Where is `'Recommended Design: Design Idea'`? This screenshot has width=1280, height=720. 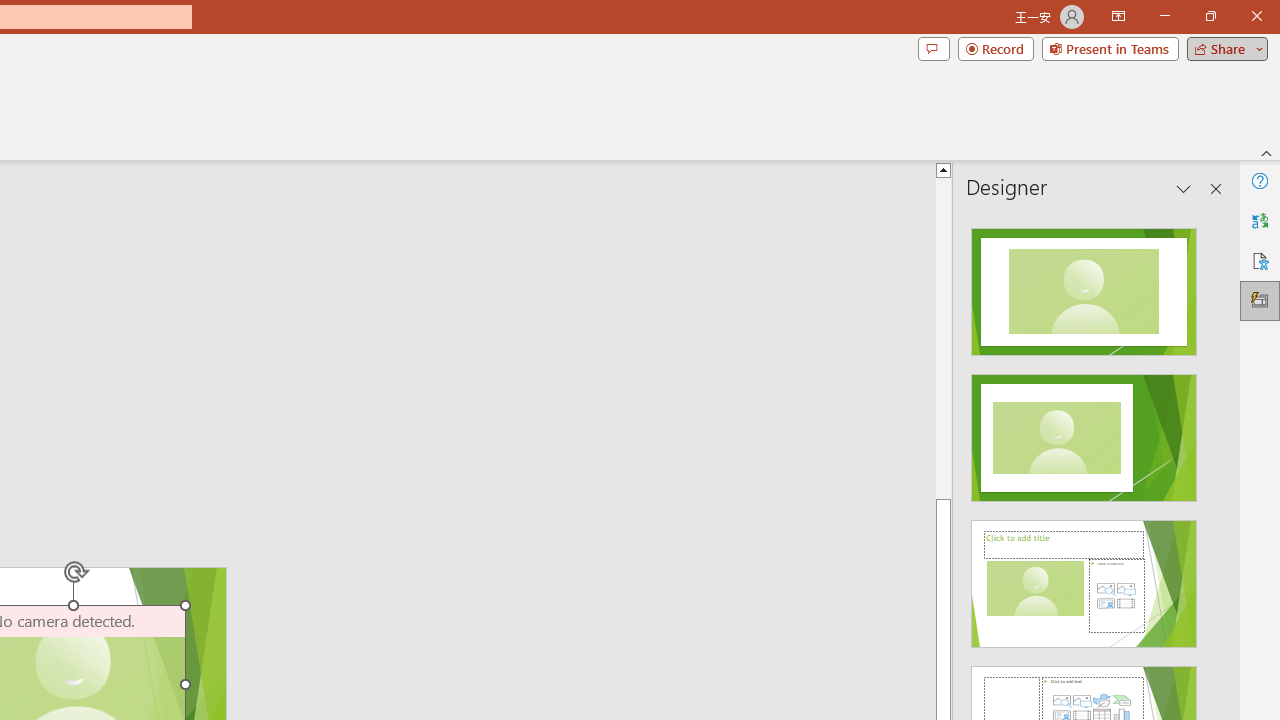
'Recommended Design: Design Idea' is located at coordinates (1083, 286).